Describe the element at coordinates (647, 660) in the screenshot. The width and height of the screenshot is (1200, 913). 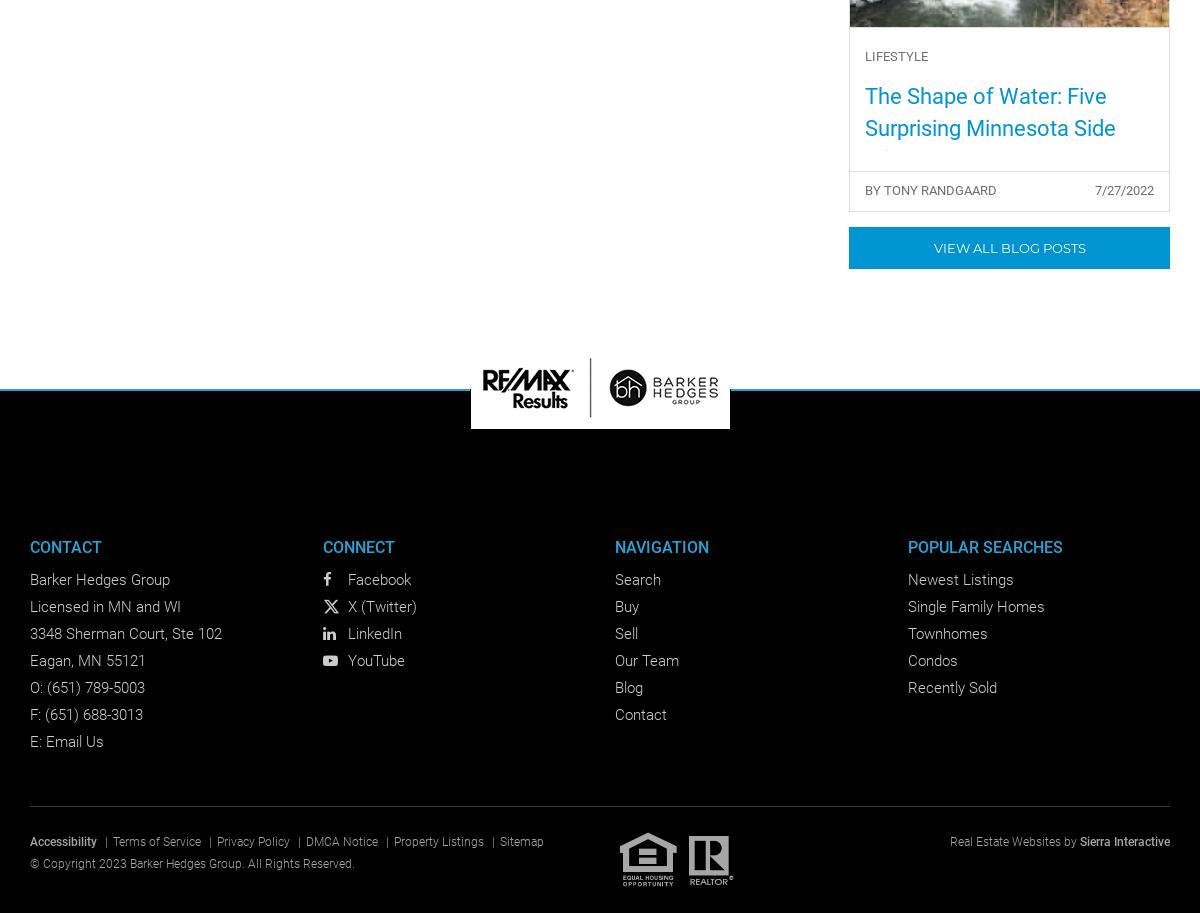
I see `'Our Team'` at that location.